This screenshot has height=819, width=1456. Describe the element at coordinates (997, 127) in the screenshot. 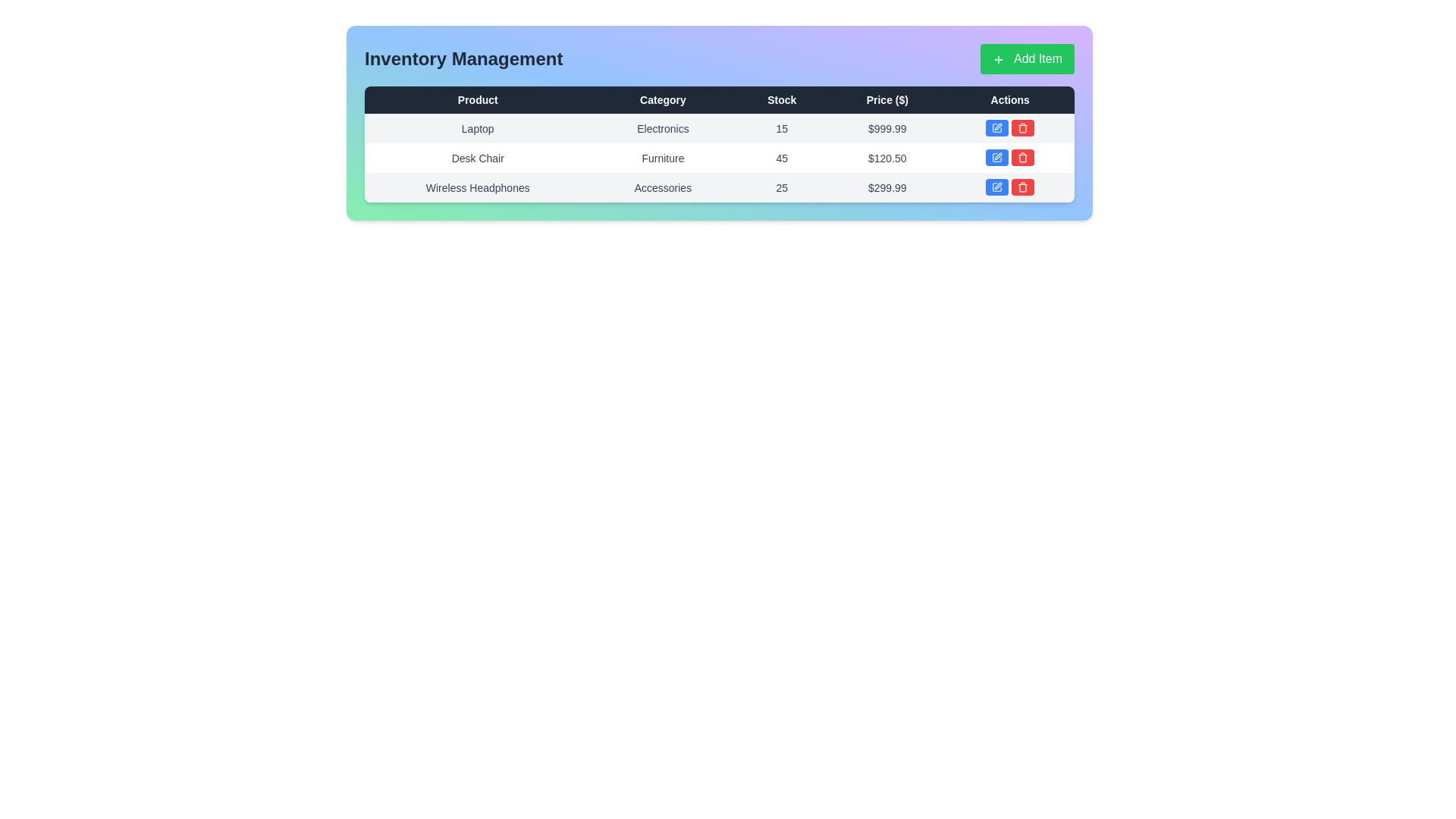

I see `the 'Edit' button for the 'Laptop' product located in the action column of the corresponding table row, positioned to the left of the red delete button` at that location.